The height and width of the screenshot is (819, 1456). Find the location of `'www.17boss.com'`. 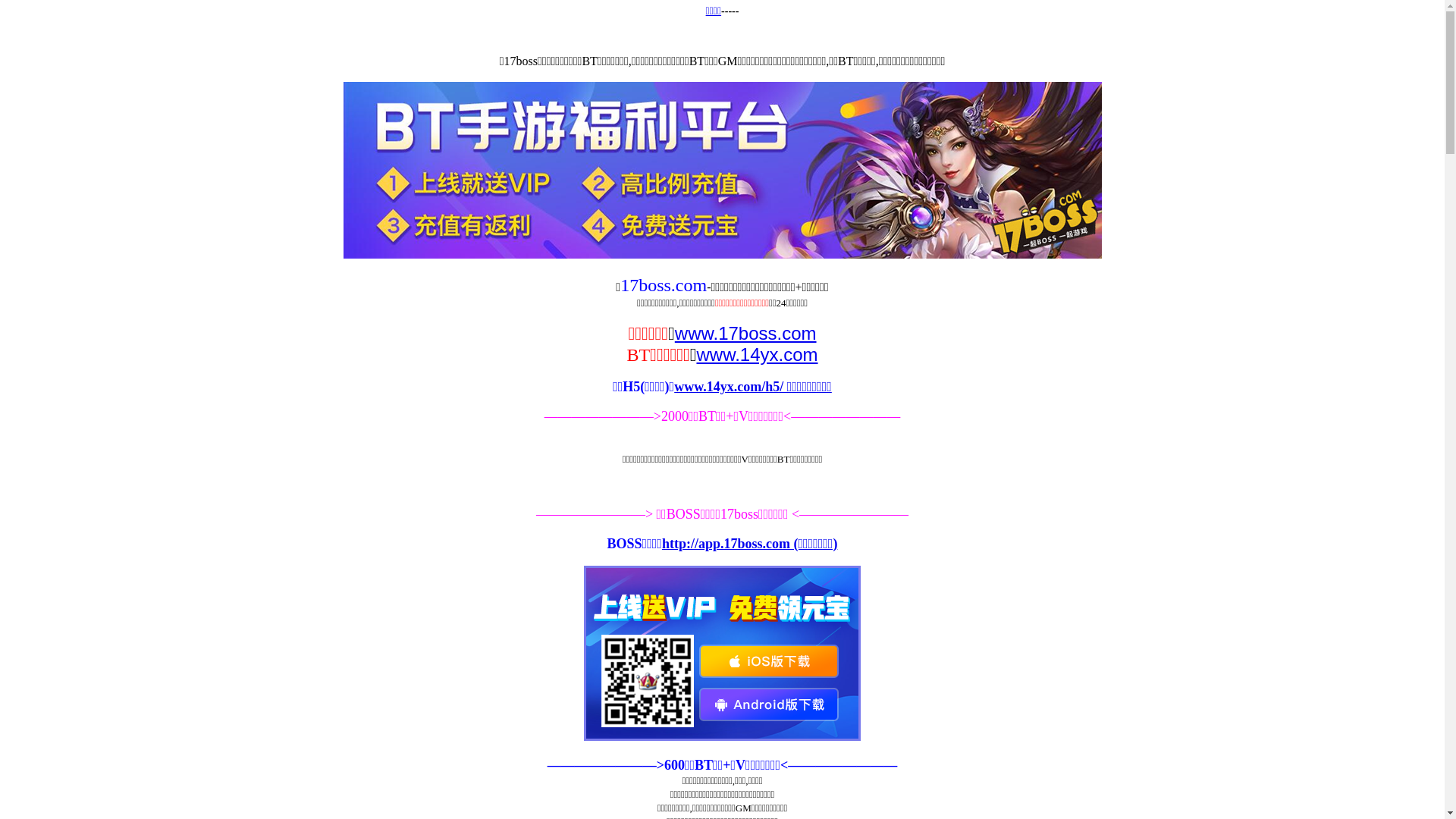

'www.17boss.com' is located at coordinates (745, 332).